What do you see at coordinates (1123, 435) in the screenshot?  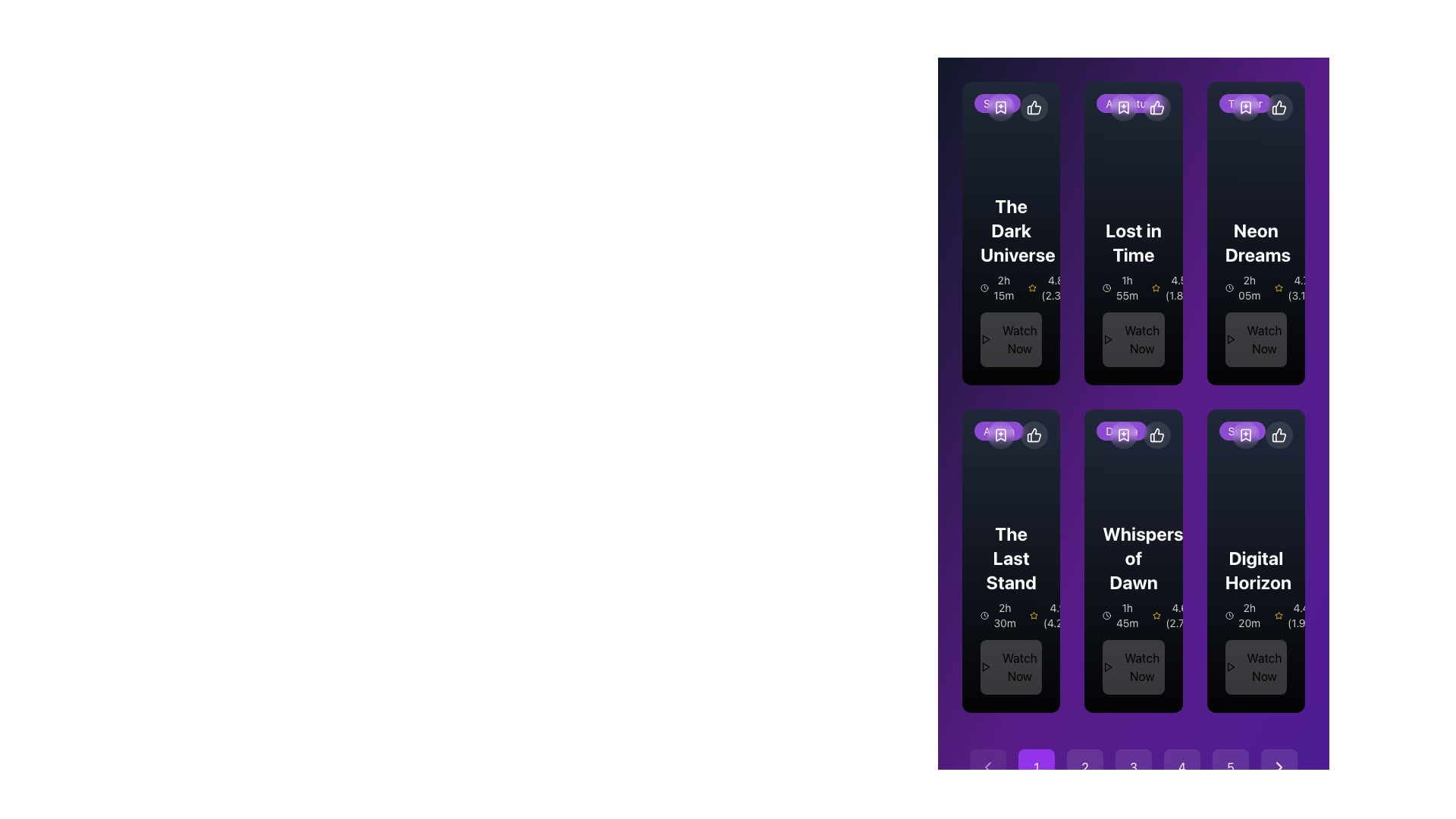 I see `the rounded button icon with a semi-transparent dark background and a white bookmark icon with a plus sign inside, located at the top-right corner of the card, to bookmark the content` at bounding box center [1123, 435].